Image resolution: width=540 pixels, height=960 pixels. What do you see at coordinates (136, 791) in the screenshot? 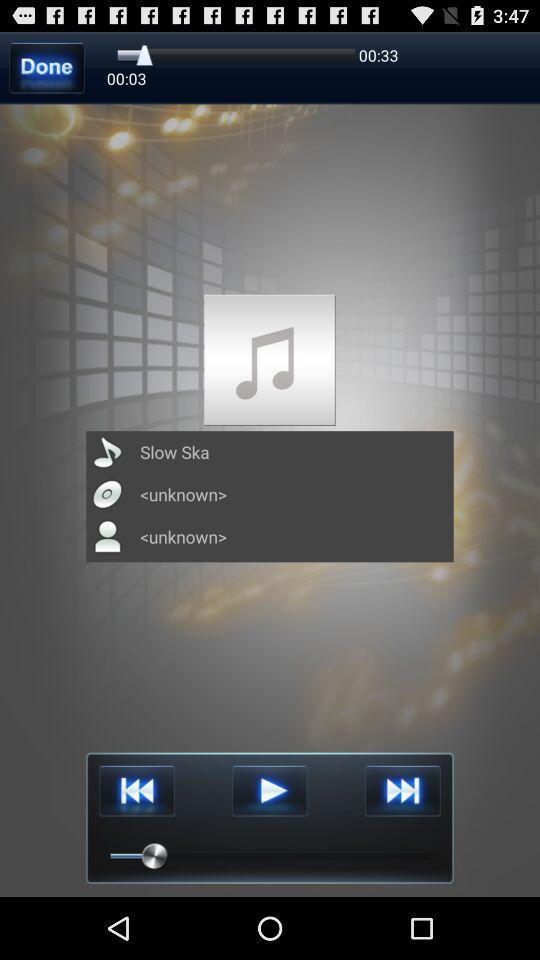
I see `previous track` at bounding box center [136, 791].